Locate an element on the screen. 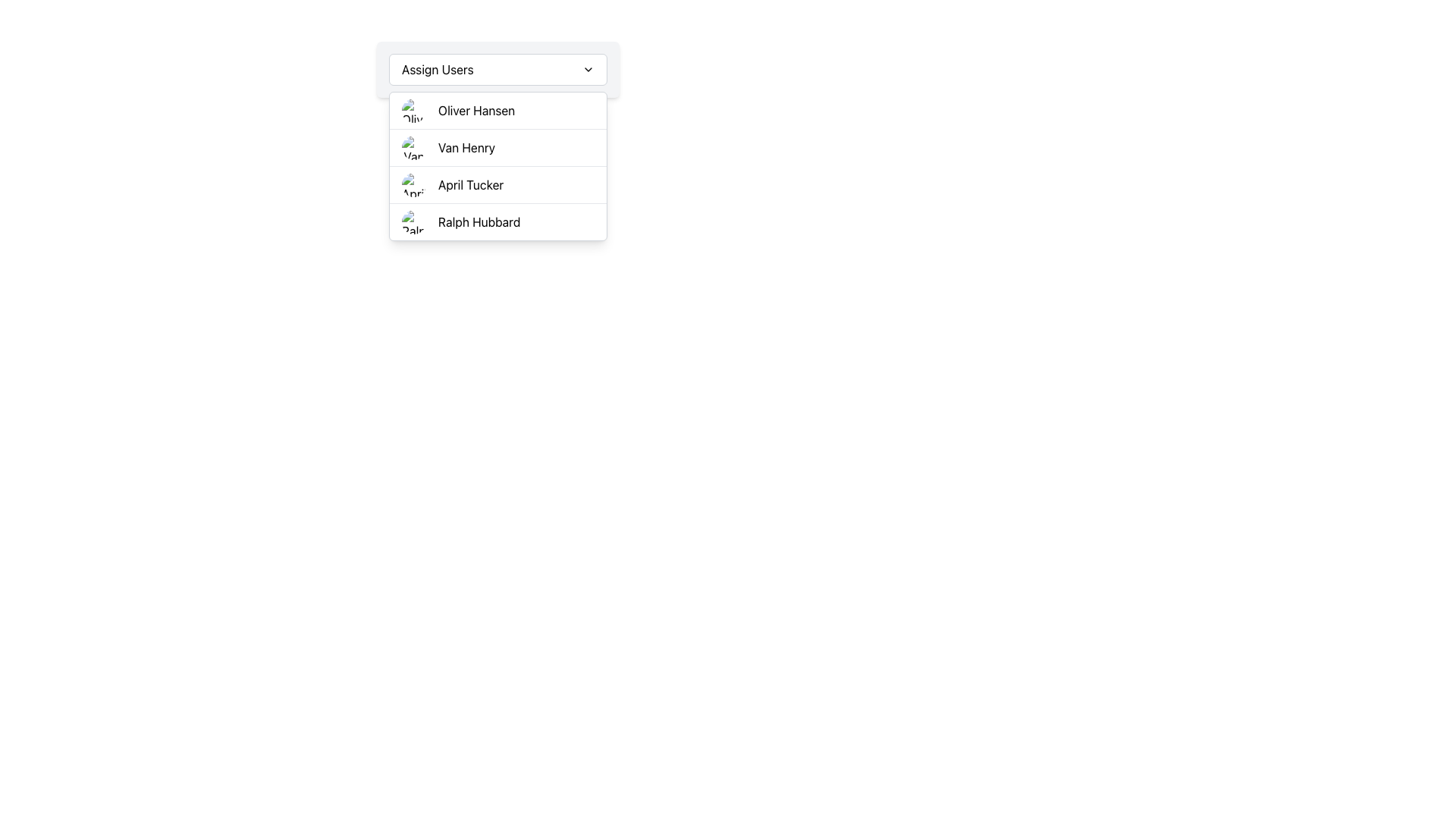 This screenshot has width=1456, height=819. the text label 'Ralph Hubbard' in the dropdown menu is located at coordinates (479, 222).